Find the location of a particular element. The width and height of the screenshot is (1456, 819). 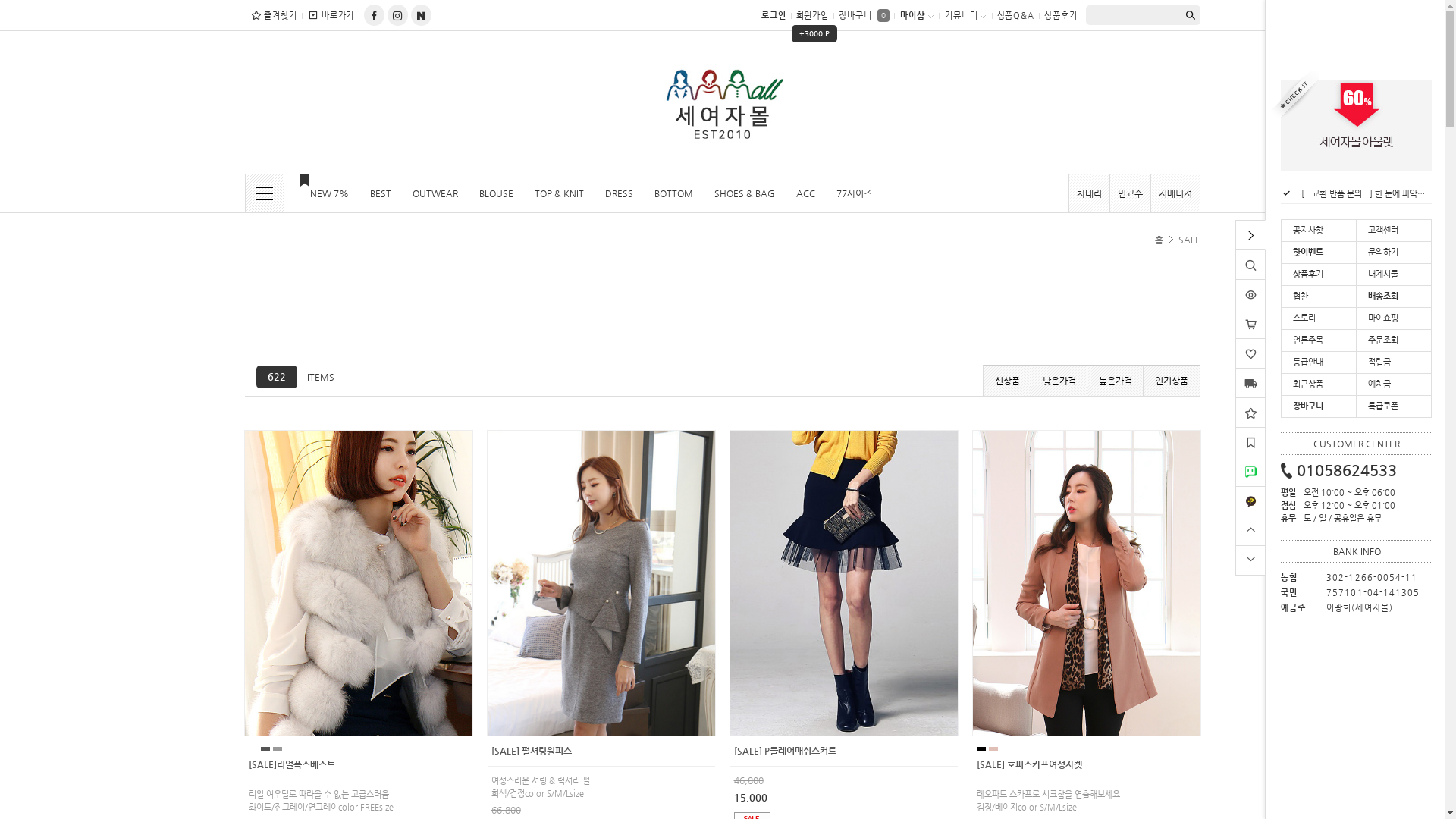

'BOTTOM' is located at coordinates (672, 192).